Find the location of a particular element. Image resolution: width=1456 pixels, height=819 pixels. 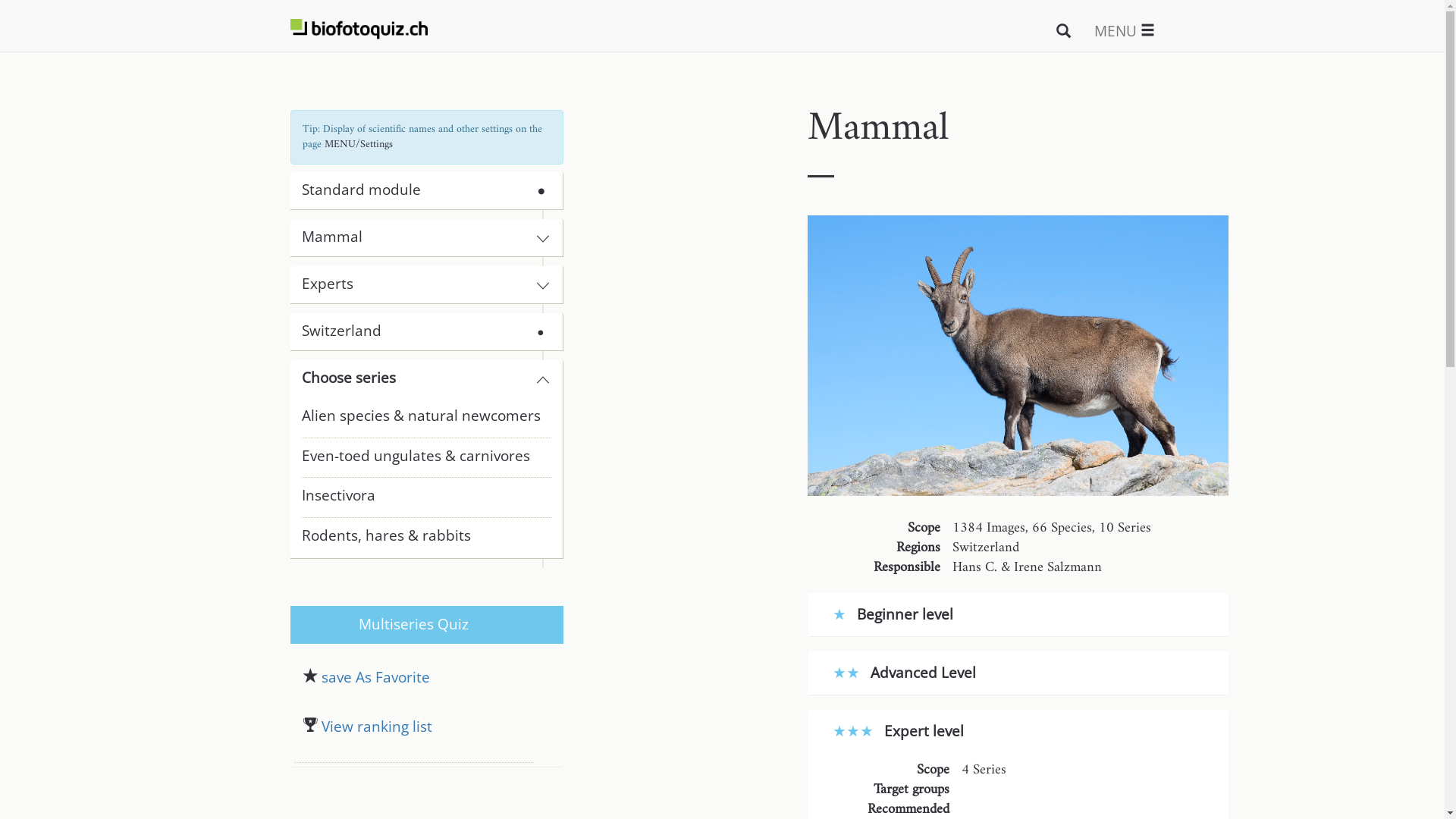

'Multiseries Quiz' is located at coordinates (413, 624).